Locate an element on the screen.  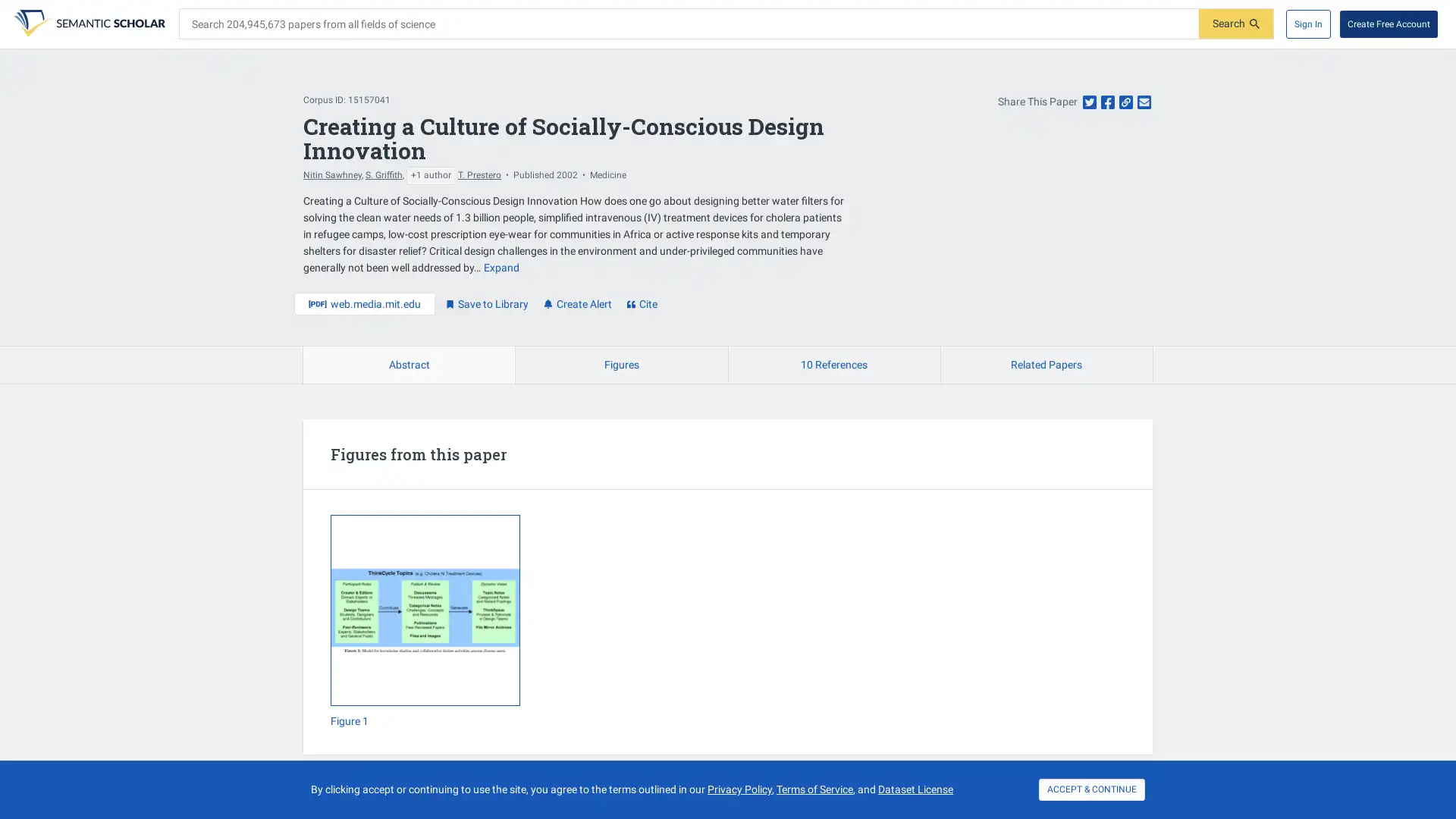
Create Alert is located at coordinates (577, 304).